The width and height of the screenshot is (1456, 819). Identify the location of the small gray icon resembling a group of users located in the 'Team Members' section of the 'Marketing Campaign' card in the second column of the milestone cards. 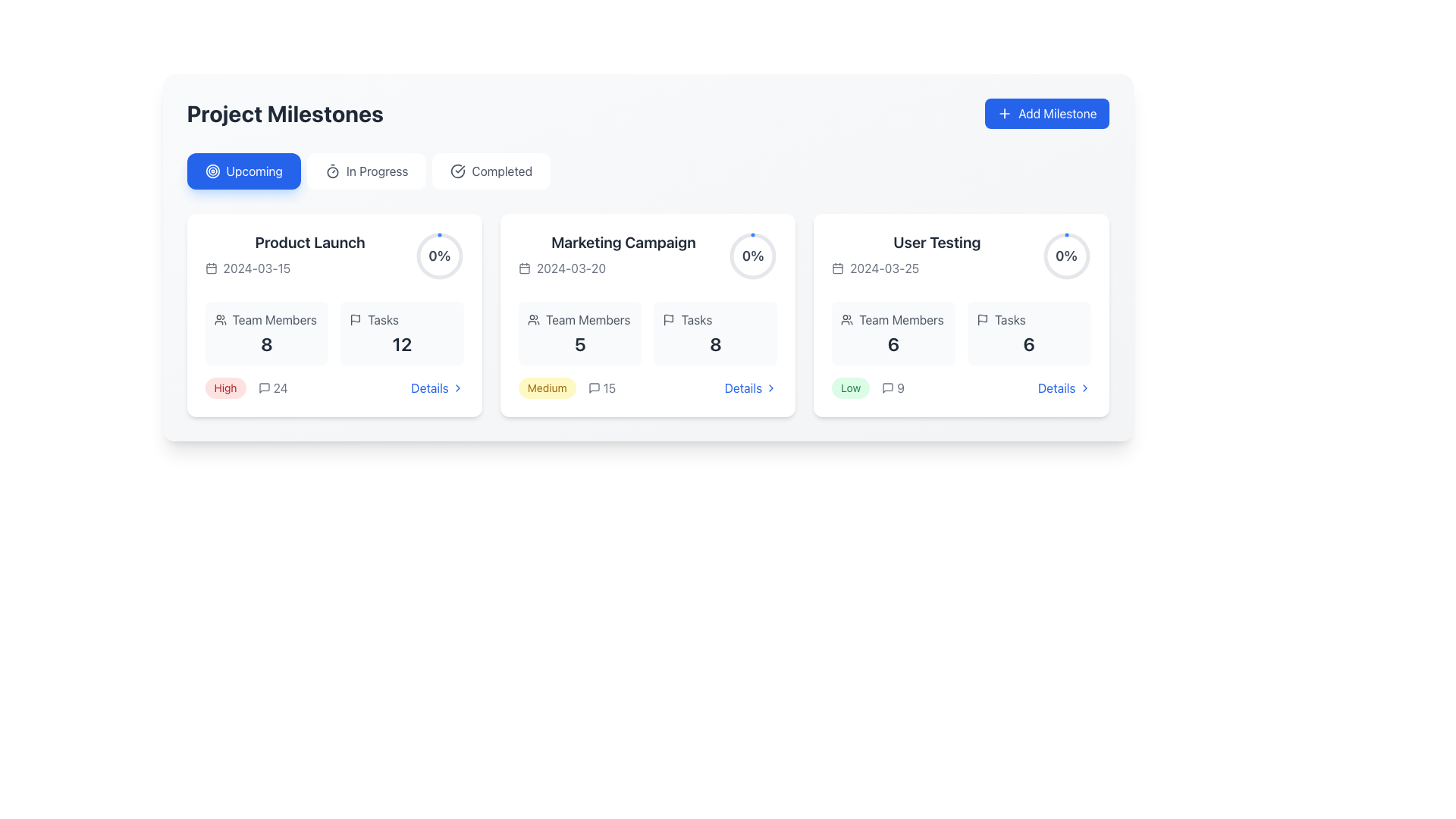
(533, 318).